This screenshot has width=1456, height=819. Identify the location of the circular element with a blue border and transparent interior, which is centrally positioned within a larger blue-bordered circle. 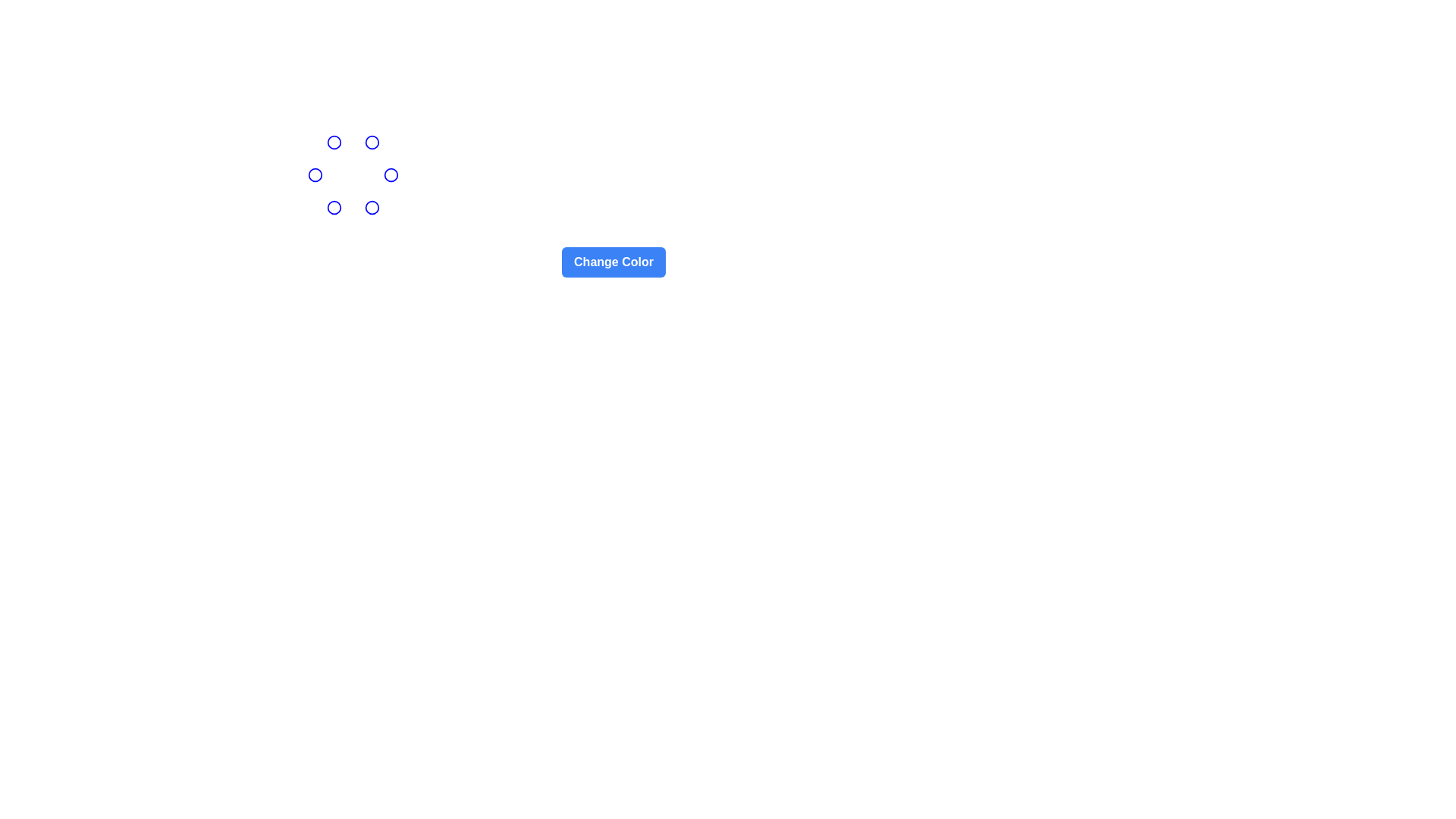
(372, 142).